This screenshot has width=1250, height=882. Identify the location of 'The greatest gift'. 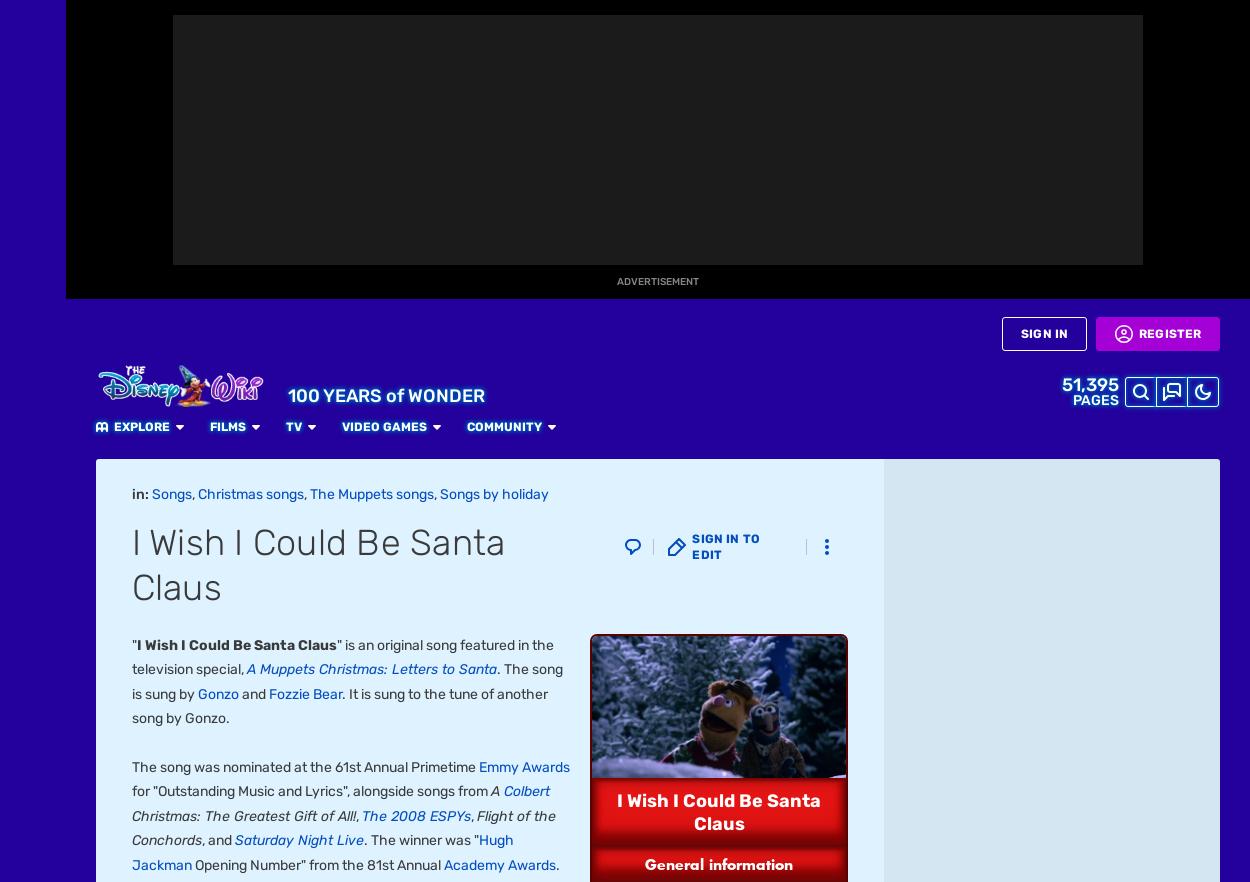
(131, 102).